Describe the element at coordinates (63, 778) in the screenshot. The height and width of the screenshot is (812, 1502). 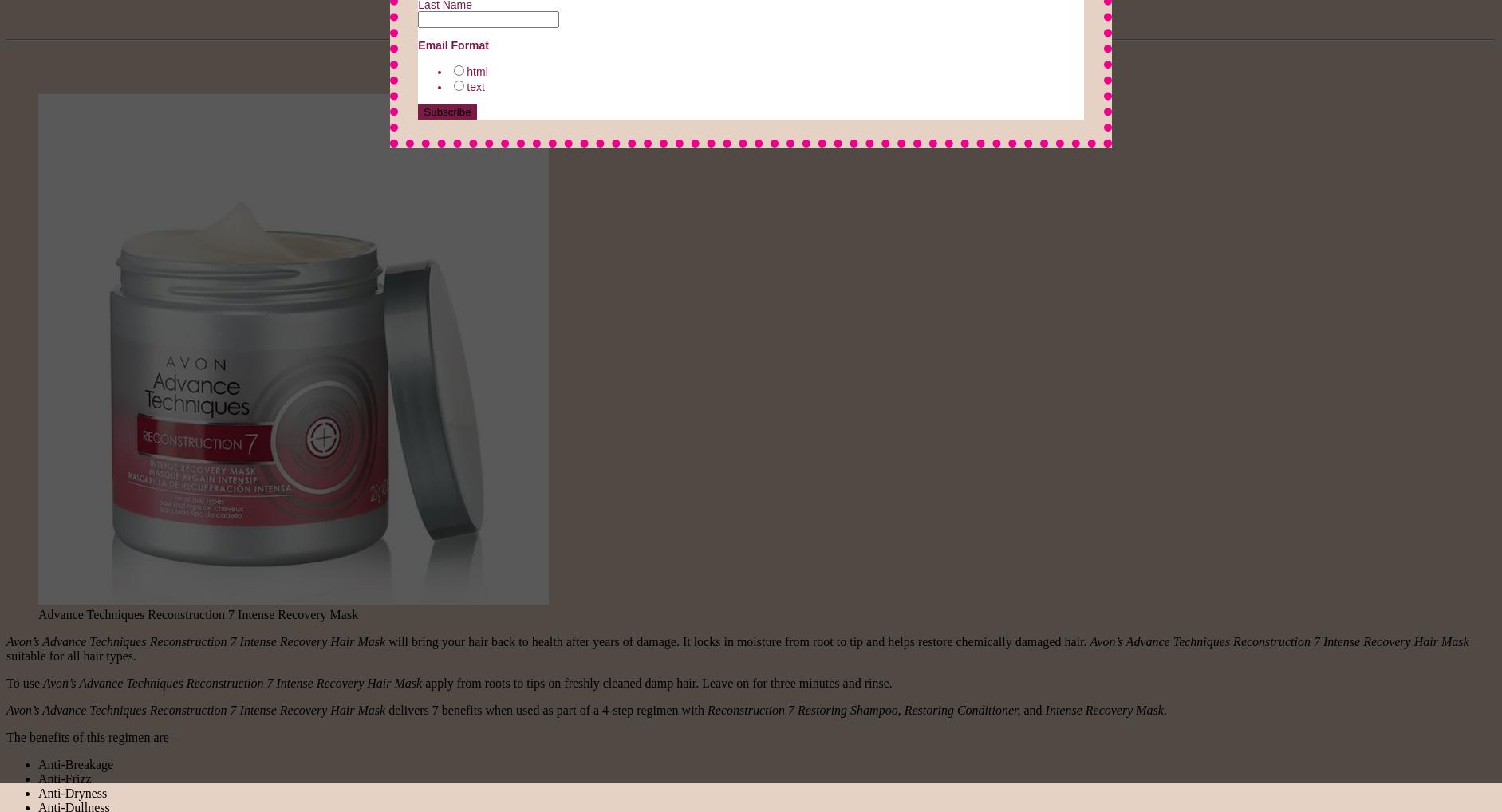
I see `'Anti-Frizz'` at that location.